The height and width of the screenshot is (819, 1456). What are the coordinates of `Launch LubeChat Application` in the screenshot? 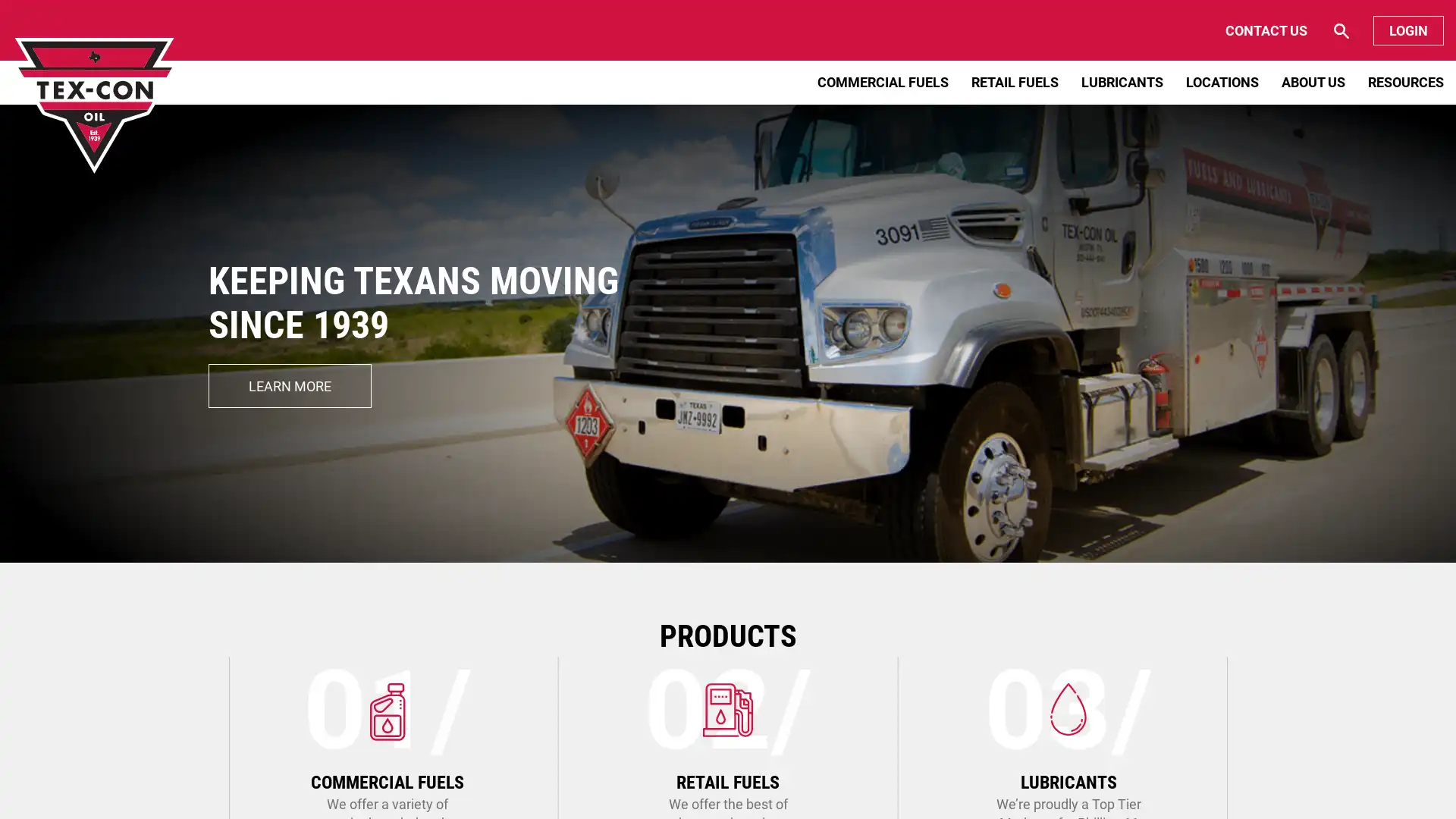 It's located at (1299, 777).